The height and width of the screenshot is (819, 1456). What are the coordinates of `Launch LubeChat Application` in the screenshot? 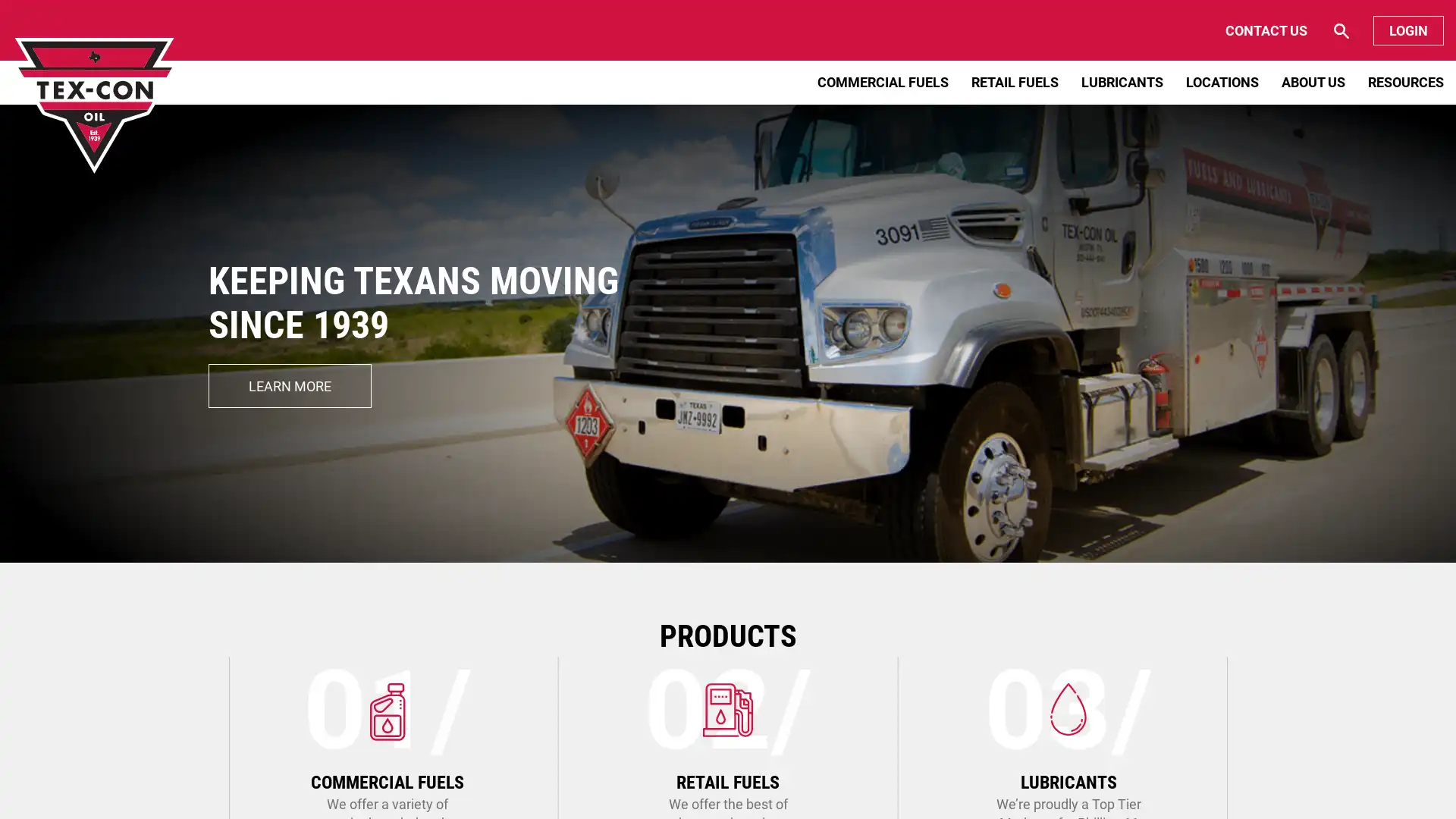 It's located at (1299, 777).